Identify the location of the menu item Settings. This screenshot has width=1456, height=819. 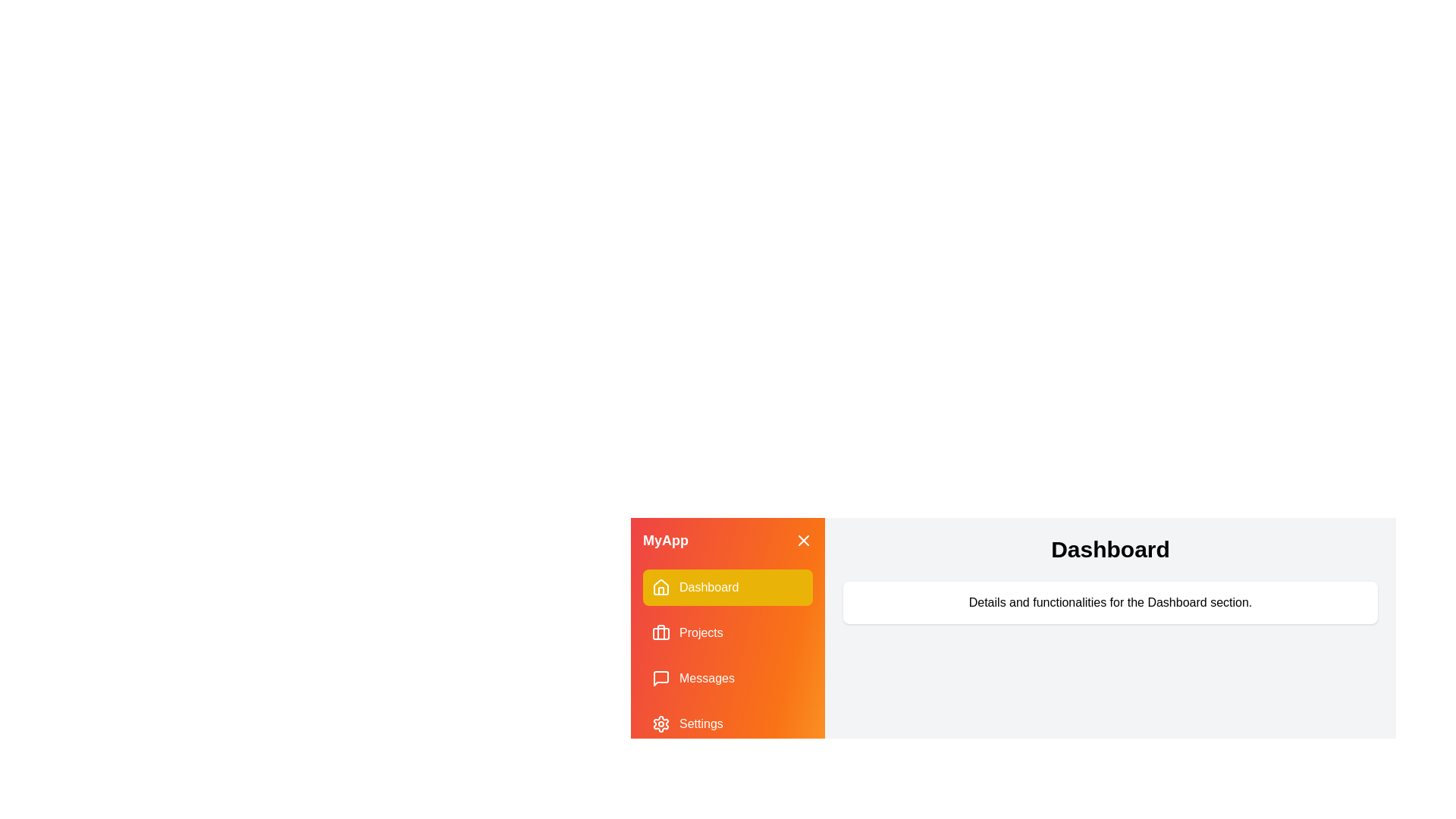
(728, 723).